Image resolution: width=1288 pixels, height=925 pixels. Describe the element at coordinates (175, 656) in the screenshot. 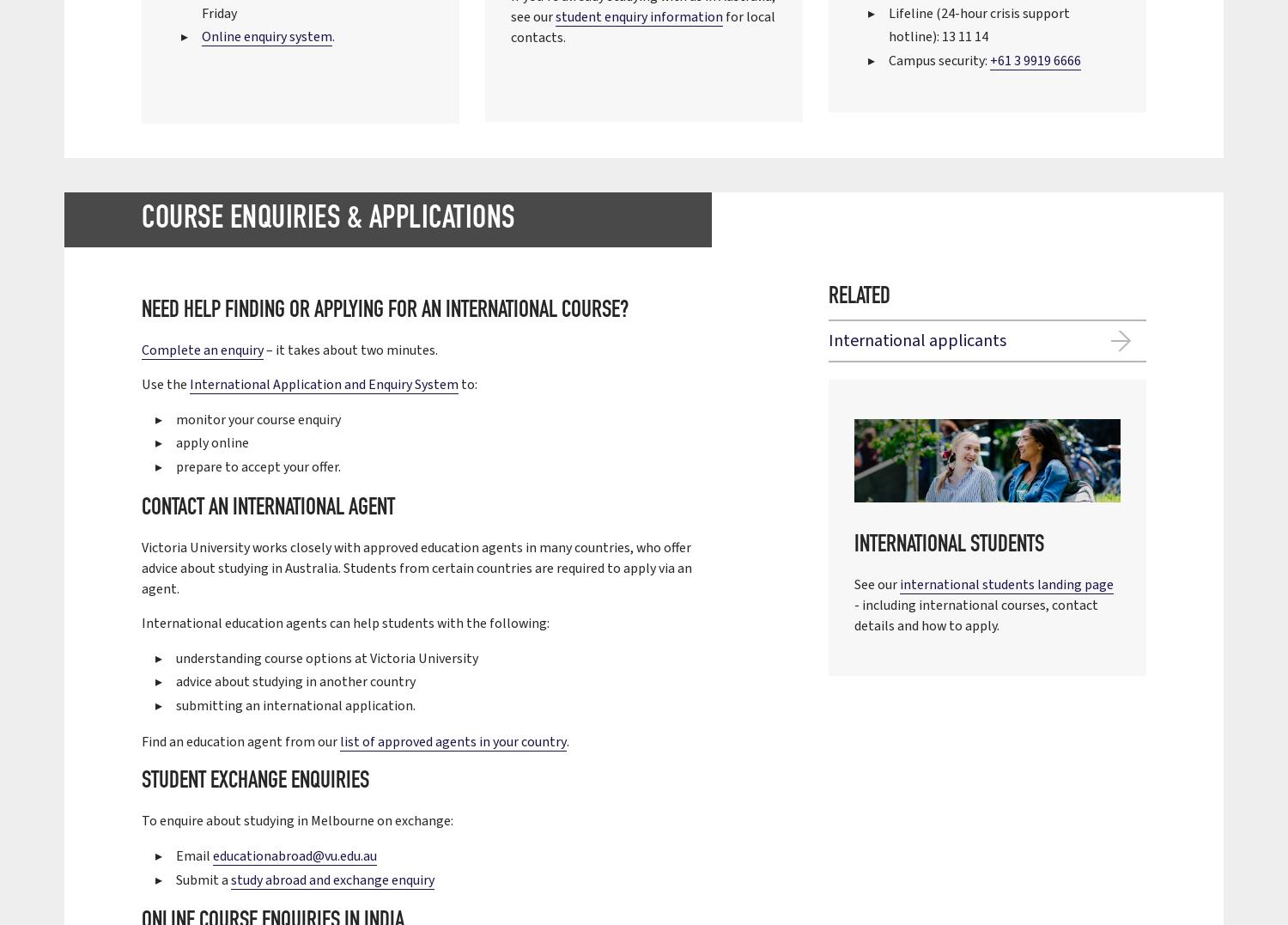

I see `'understanding course options at Victoria University'` at that location.